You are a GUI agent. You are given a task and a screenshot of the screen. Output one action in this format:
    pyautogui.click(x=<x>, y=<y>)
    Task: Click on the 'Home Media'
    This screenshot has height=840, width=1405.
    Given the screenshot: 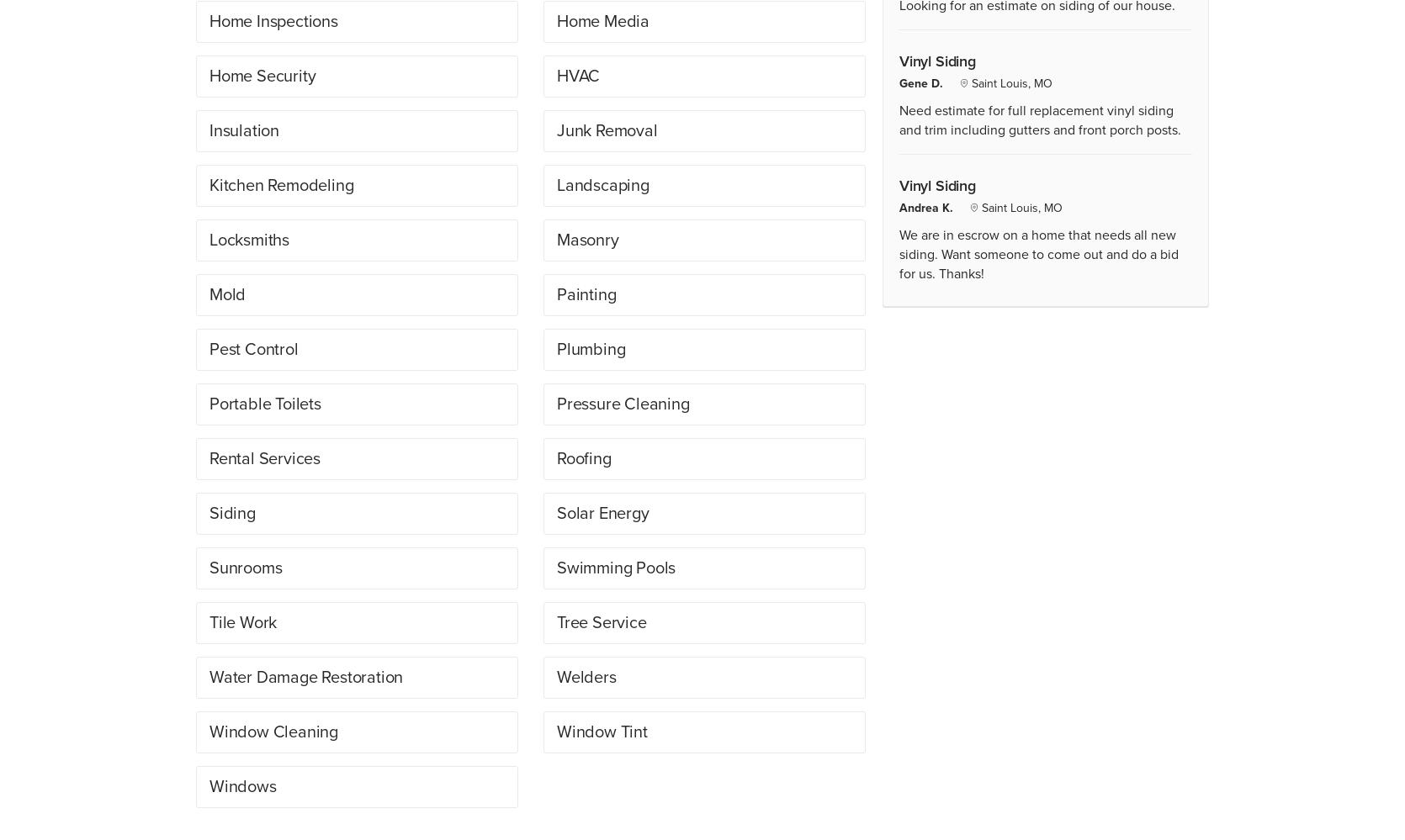 What is the action you would take?
    pyautogui.click(x=602, y=20)
    